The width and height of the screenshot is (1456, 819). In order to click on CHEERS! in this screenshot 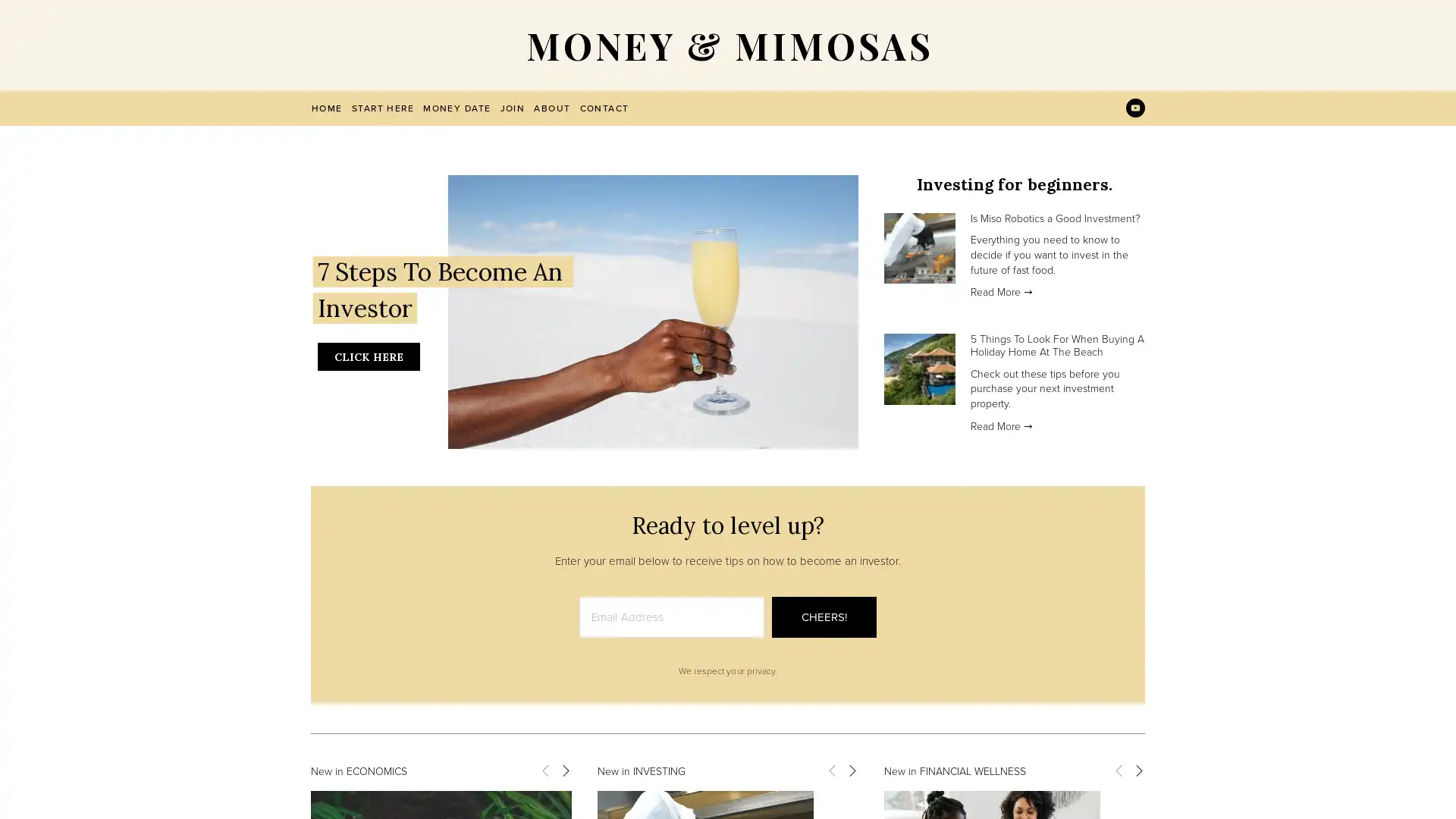, I will do `click(823, 617)`.